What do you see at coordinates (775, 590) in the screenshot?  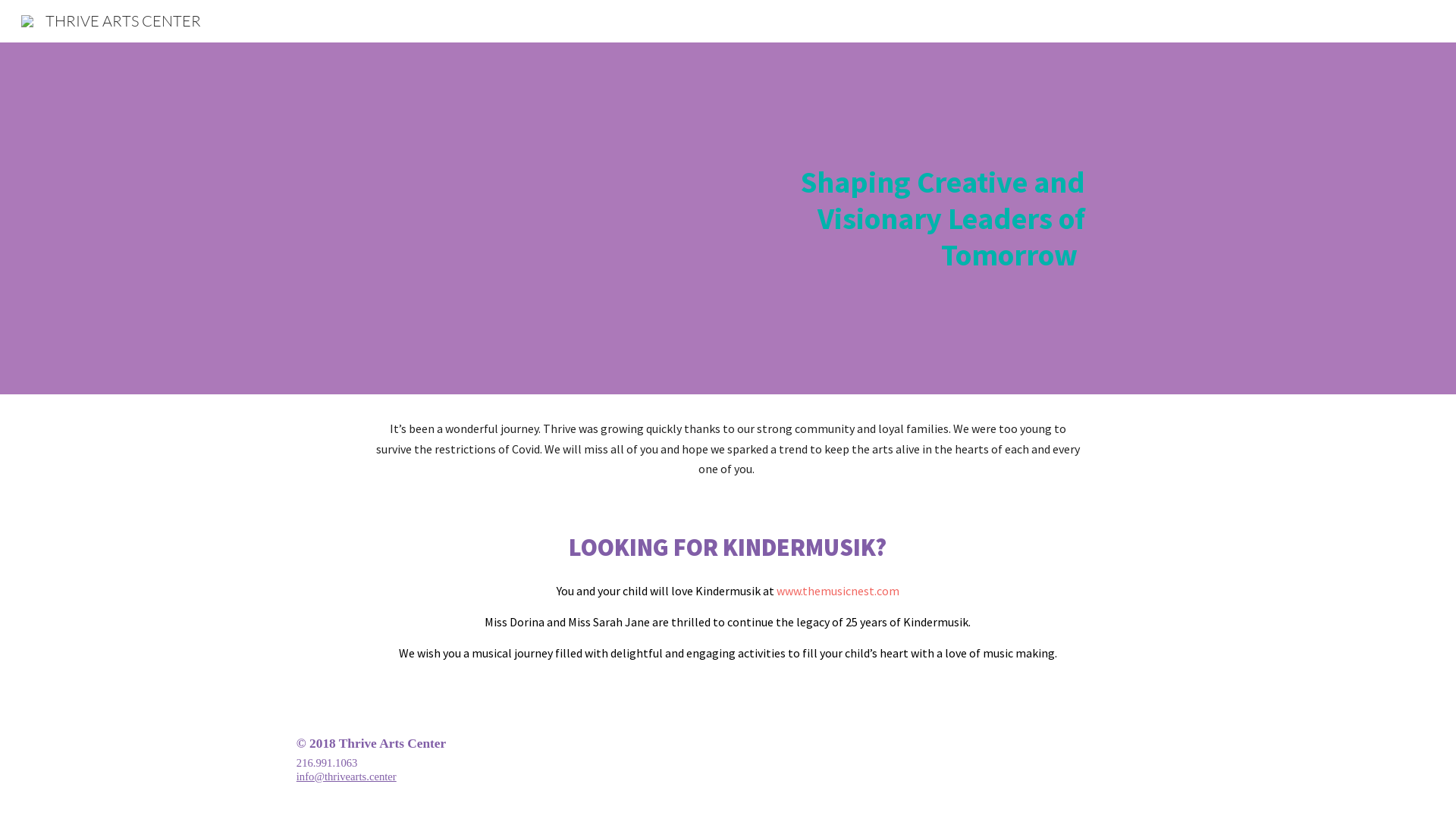 I see `' '` at bounding box center [775, 590].